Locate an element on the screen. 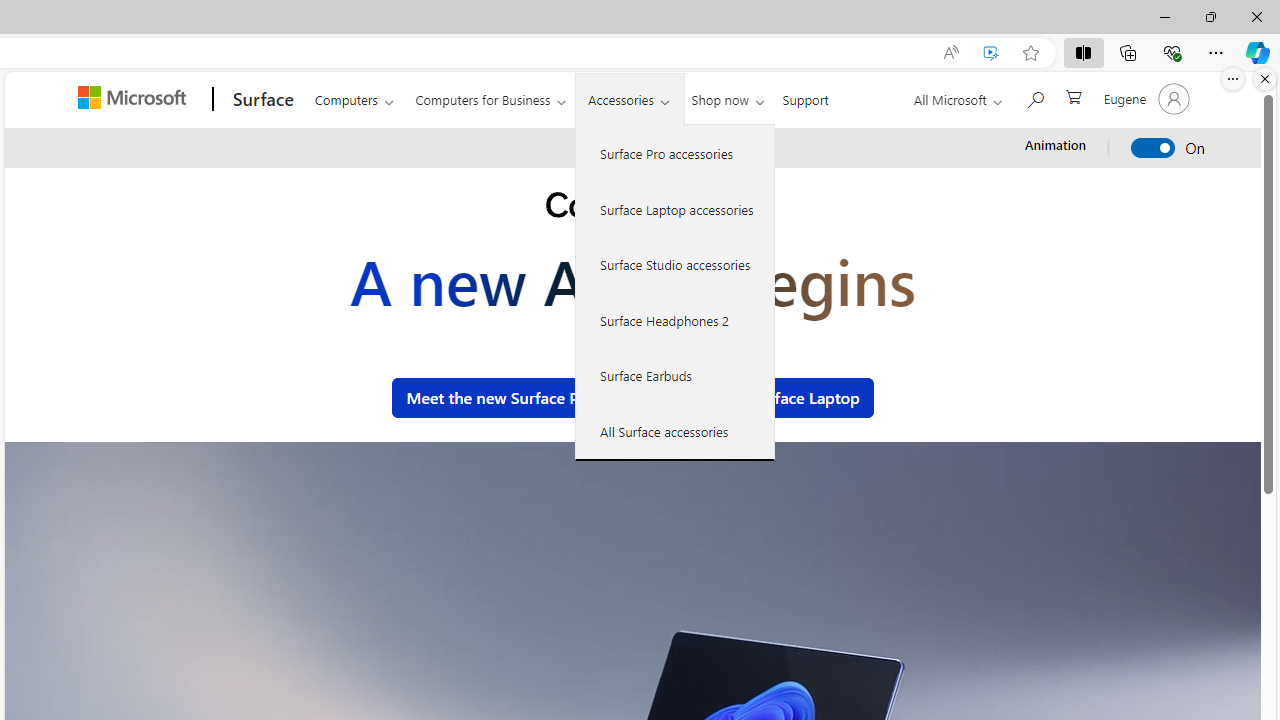 The image size is (1280, 720). 'Support' is located at coordinates (805, 96).